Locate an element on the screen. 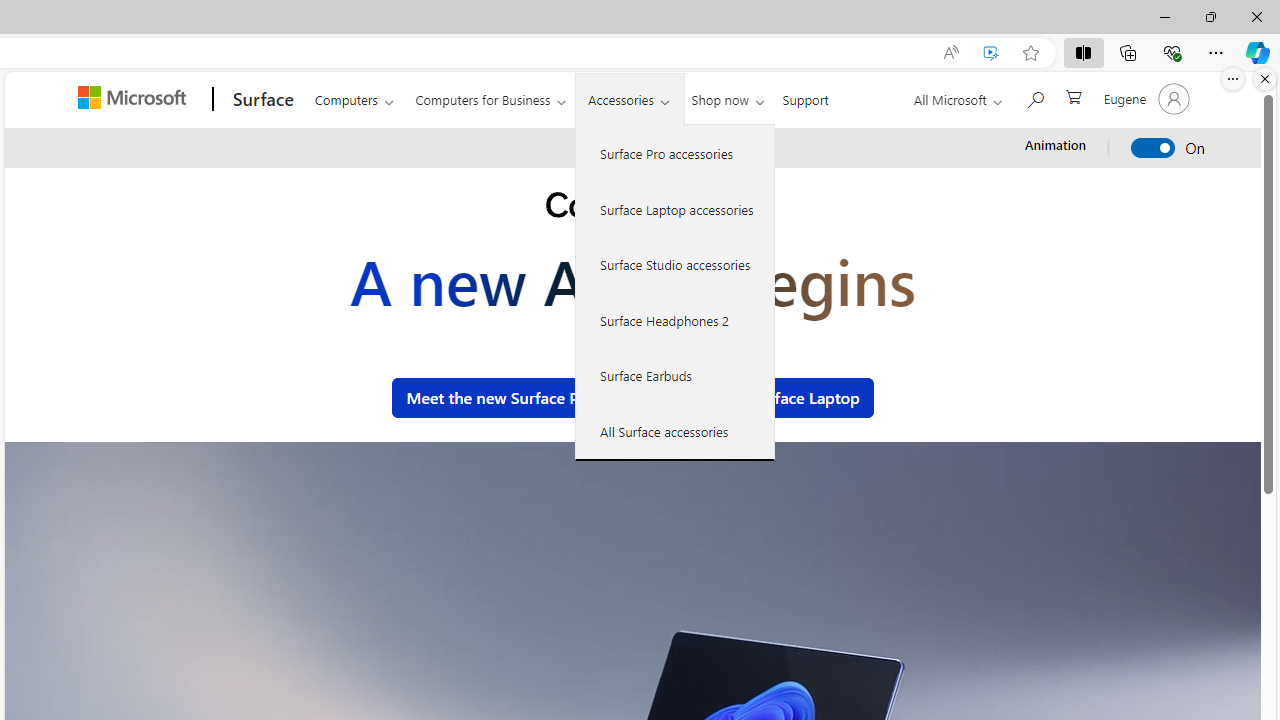 The image size is (1280, 720). 'Support' is located at coordinates (805, 96).